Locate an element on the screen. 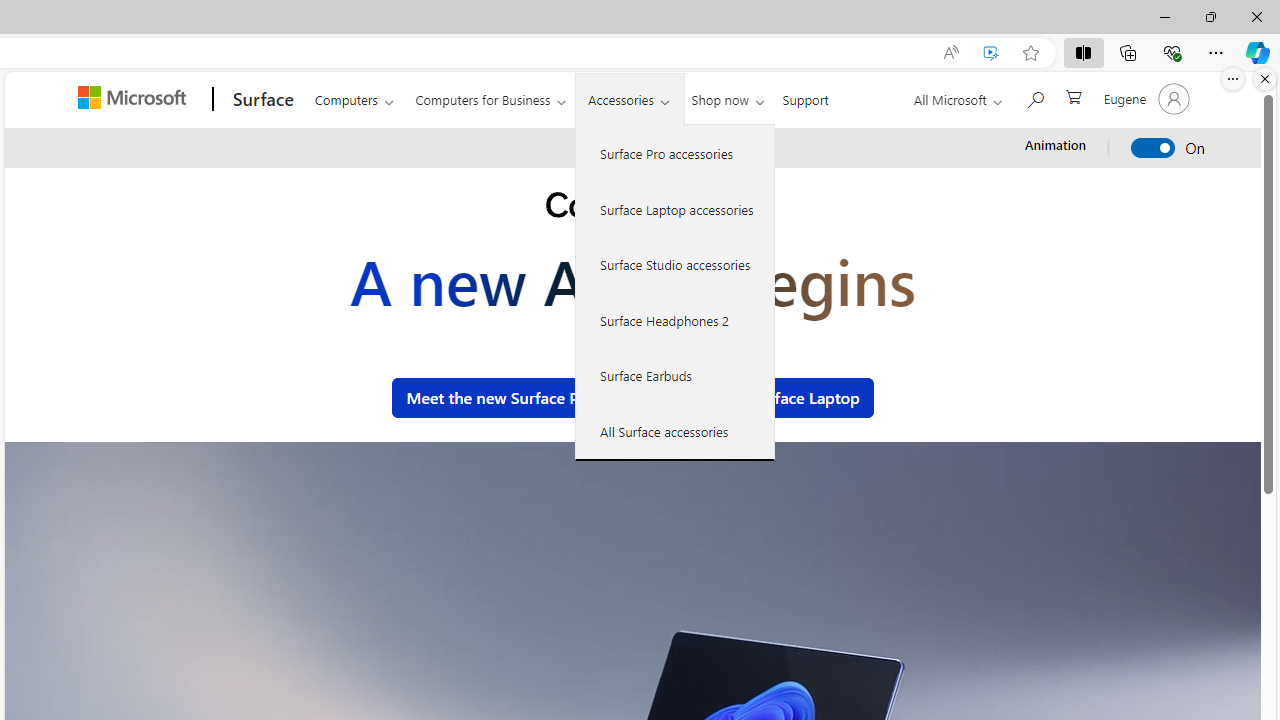 The image size is (1280, 720). 'Support' is located at coordinates (805, 96).